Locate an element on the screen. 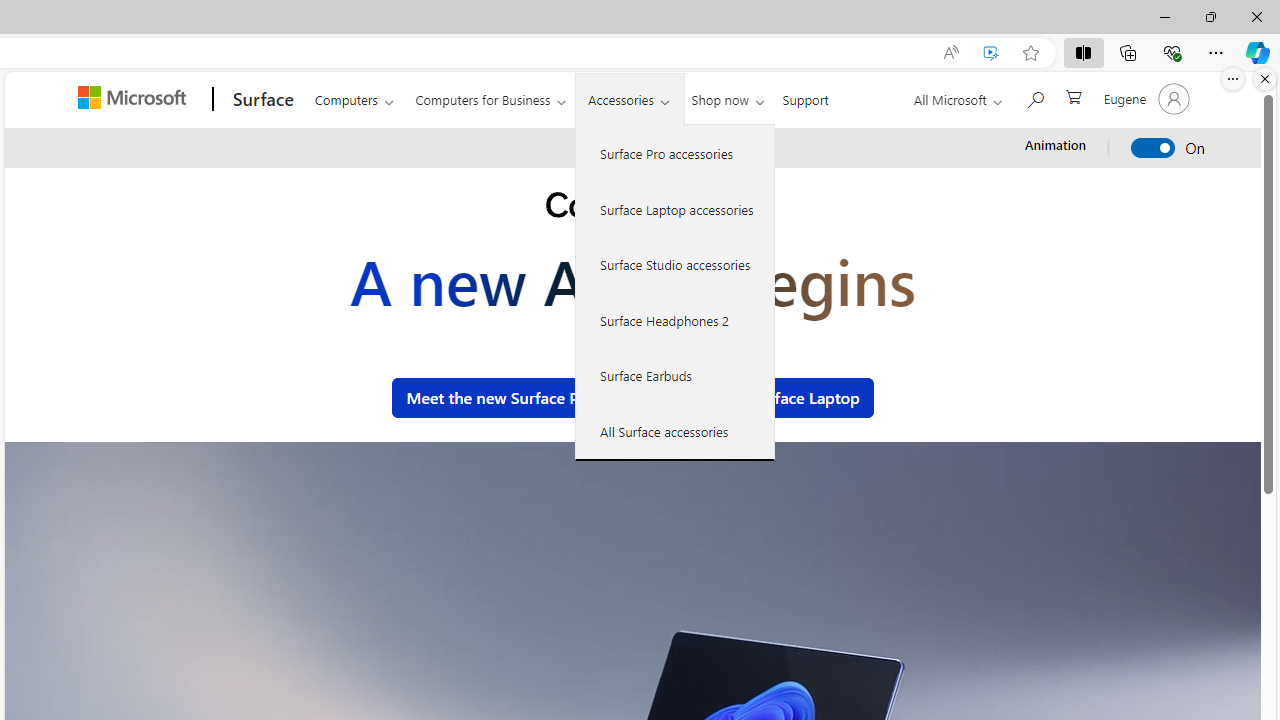 The image size is (1280, 720). 'Support' is located at coordinates (805, 96).